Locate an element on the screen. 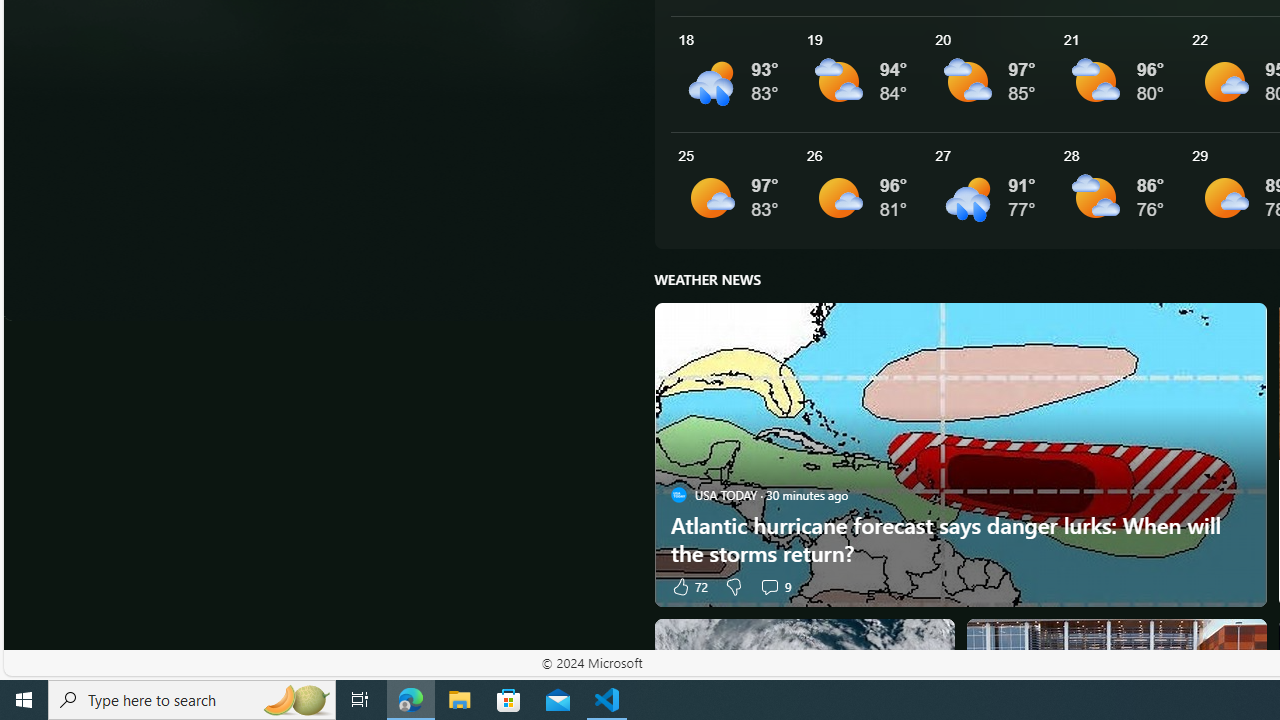  'View comments 9 Comment' is located at coordinates (774, 585).